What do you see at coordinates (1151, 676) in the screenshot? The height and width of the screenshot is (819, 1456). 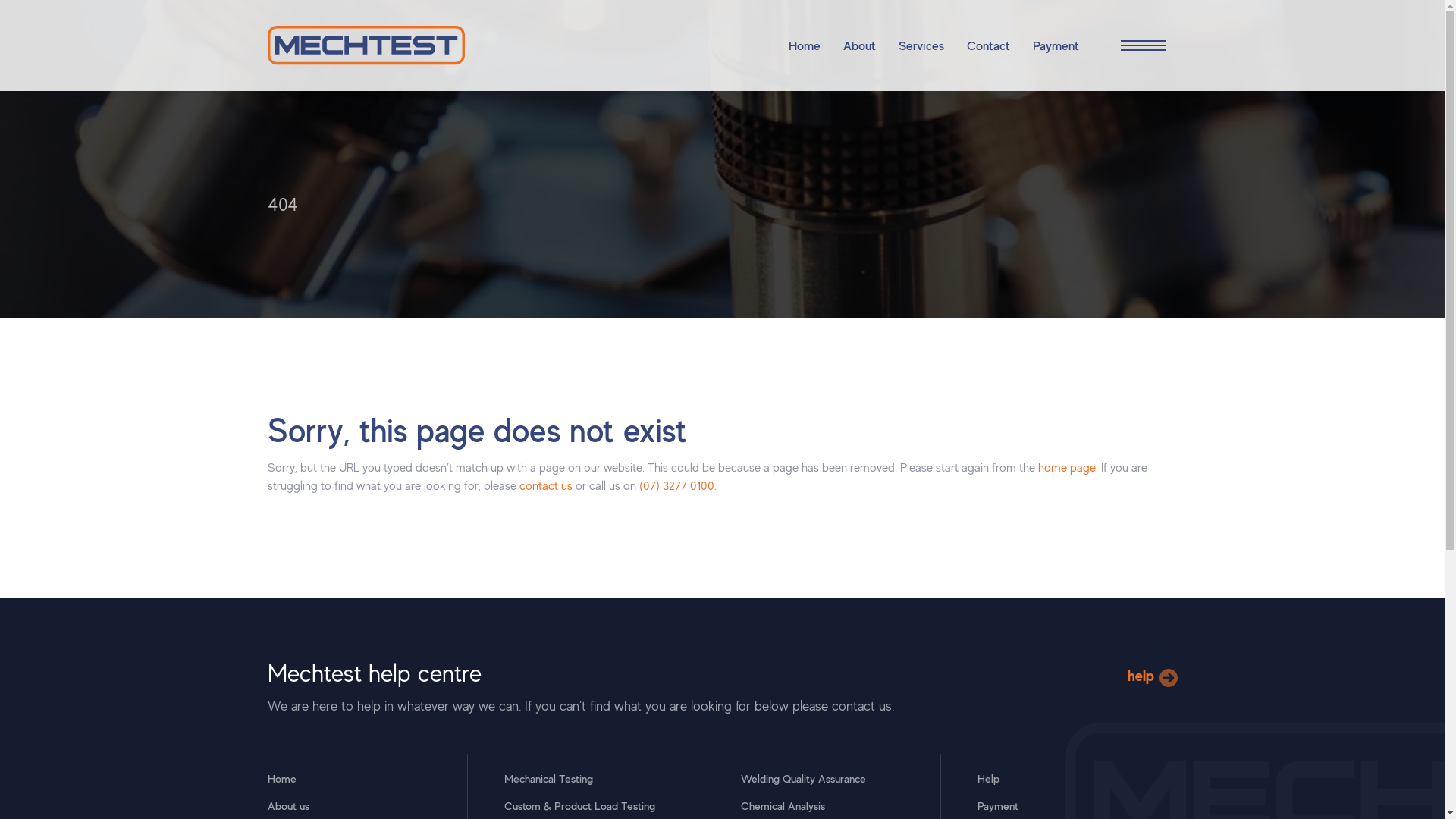 I see `'help'` at bounding box center [1151, 676].